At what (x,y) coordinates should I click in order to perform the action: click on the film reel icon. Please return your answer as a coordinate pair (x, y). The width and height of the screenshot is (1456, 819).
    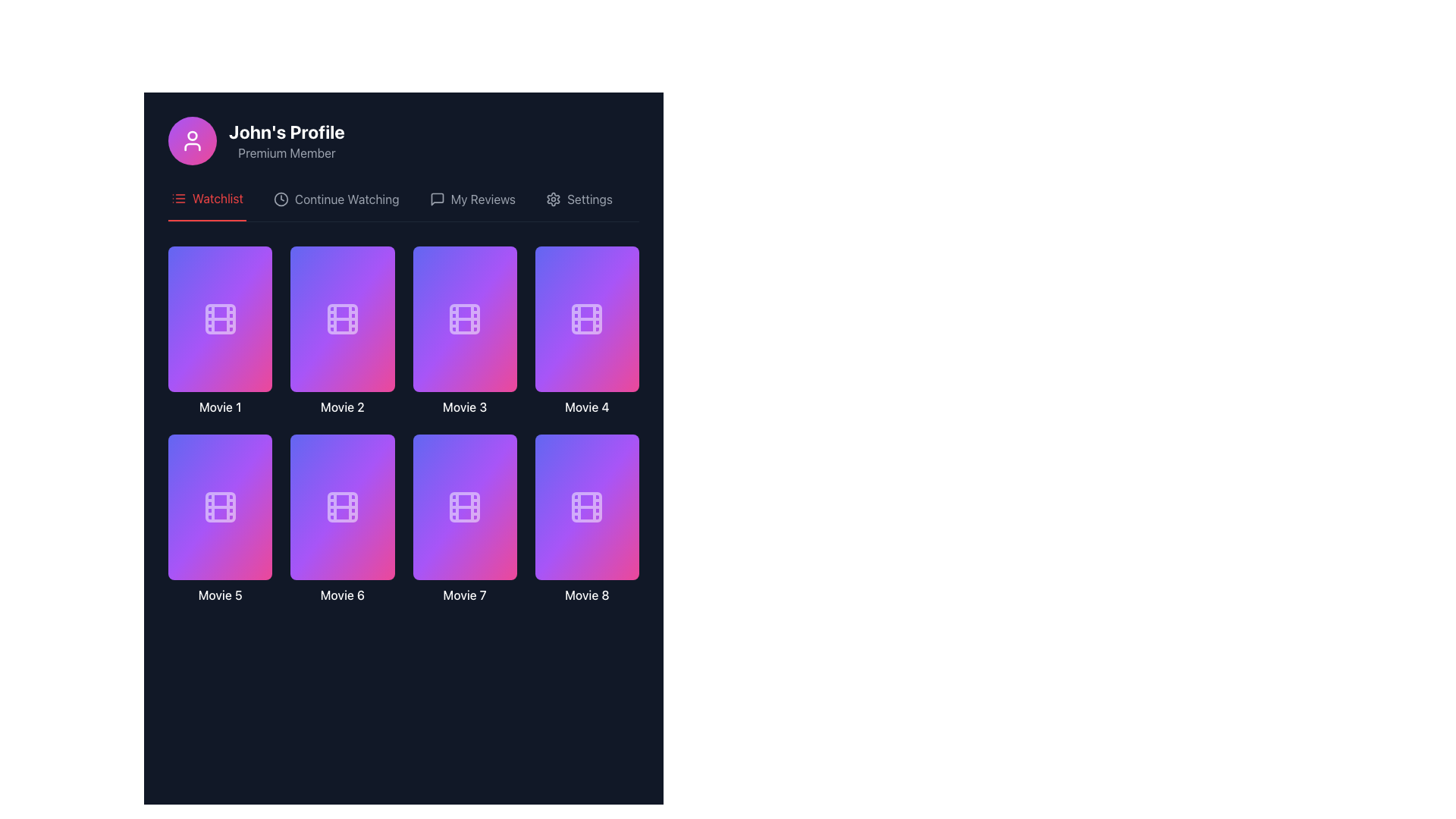
    Looking at the image, I should click on (586, 318).